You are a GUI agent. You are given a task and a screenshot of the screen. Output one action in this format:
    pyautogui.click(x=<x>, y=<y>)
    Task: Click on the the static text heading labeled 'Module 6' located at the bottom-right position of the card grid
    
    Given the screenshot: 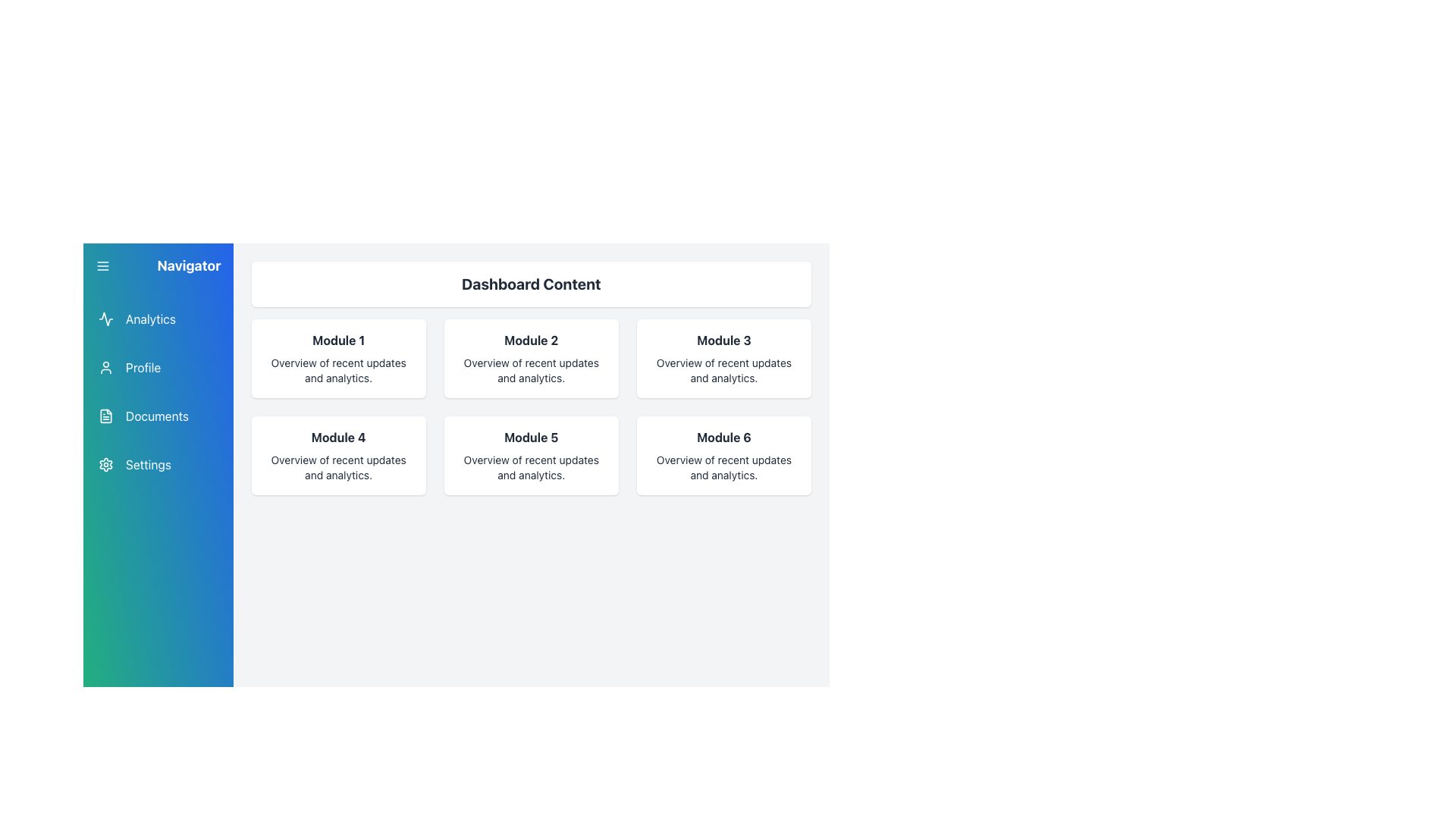 What is the action you would take?
    pyautogui.click(x=723, y=438)
    